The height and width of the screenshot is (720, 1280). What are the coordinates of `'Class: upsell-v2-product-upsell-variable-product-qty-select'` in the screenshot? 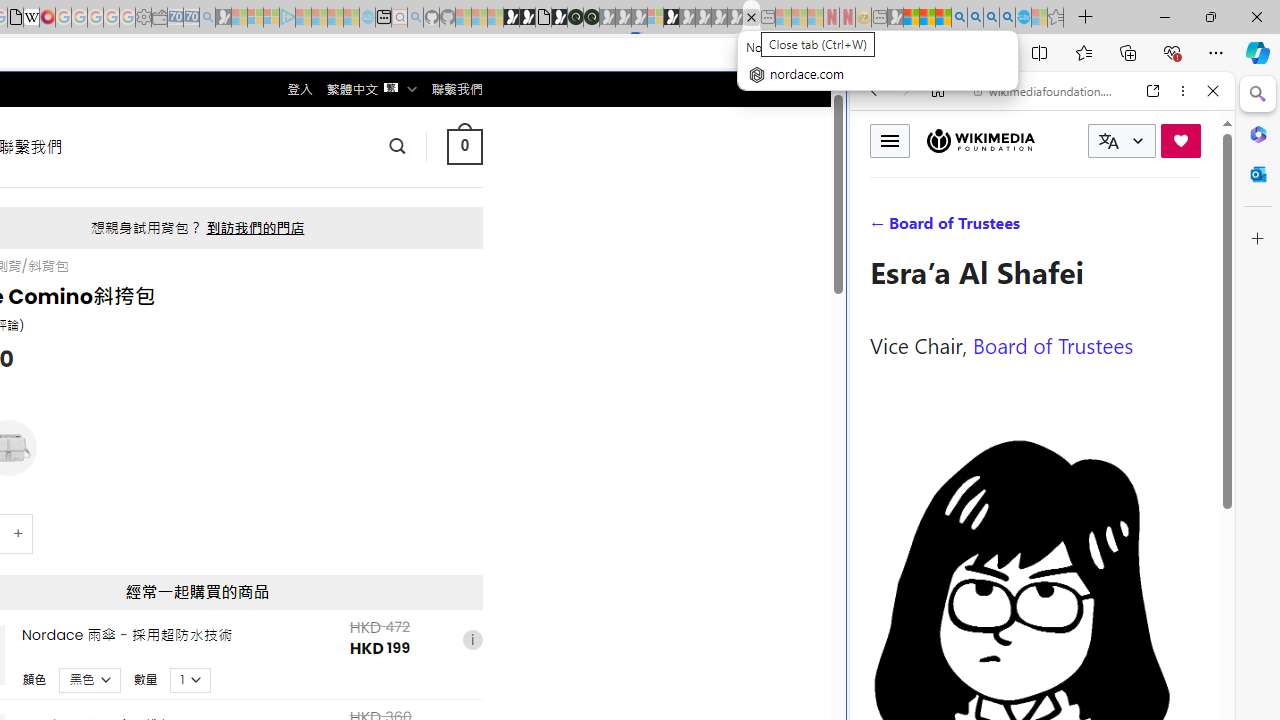 It's located at (191, 678).